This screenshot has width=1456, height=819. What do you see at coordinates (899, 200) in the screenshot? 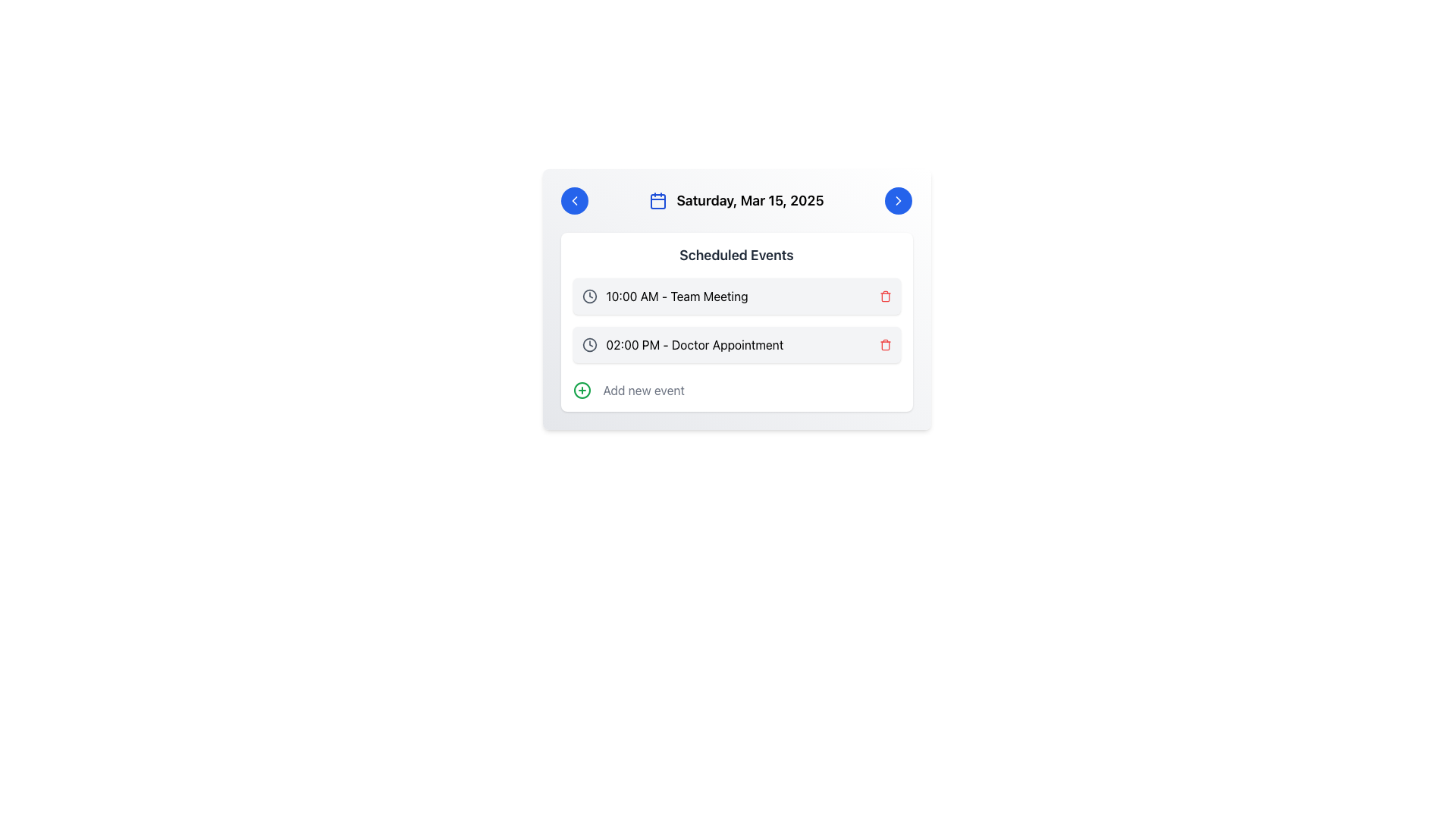
I see `the chevron icon embedded in the blue circular button located in the top-right corner of the card component` at bounding box center [899, 200].